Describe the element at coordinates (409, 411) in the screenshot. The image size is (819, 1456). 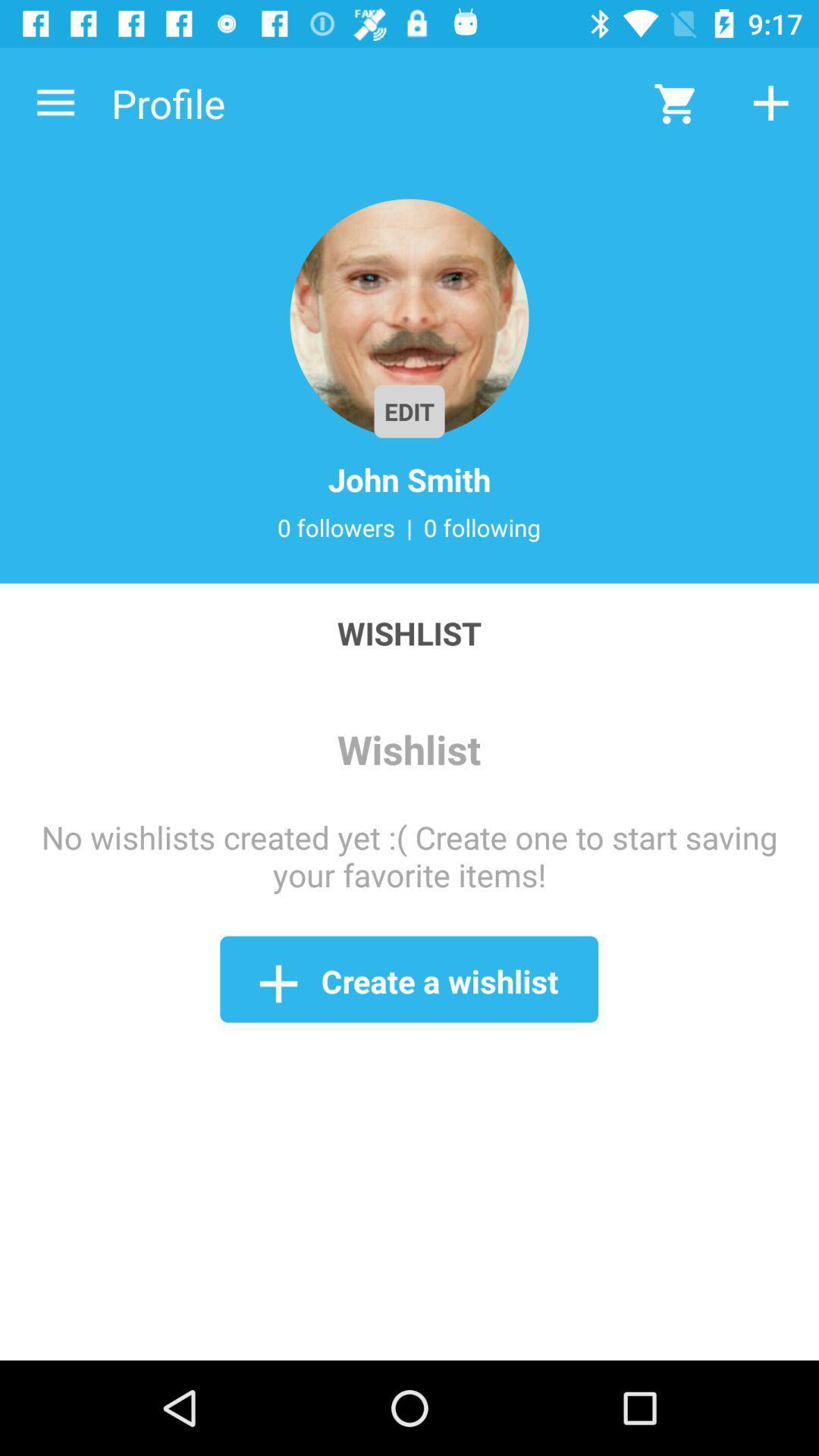
I see `the edit` at that location.